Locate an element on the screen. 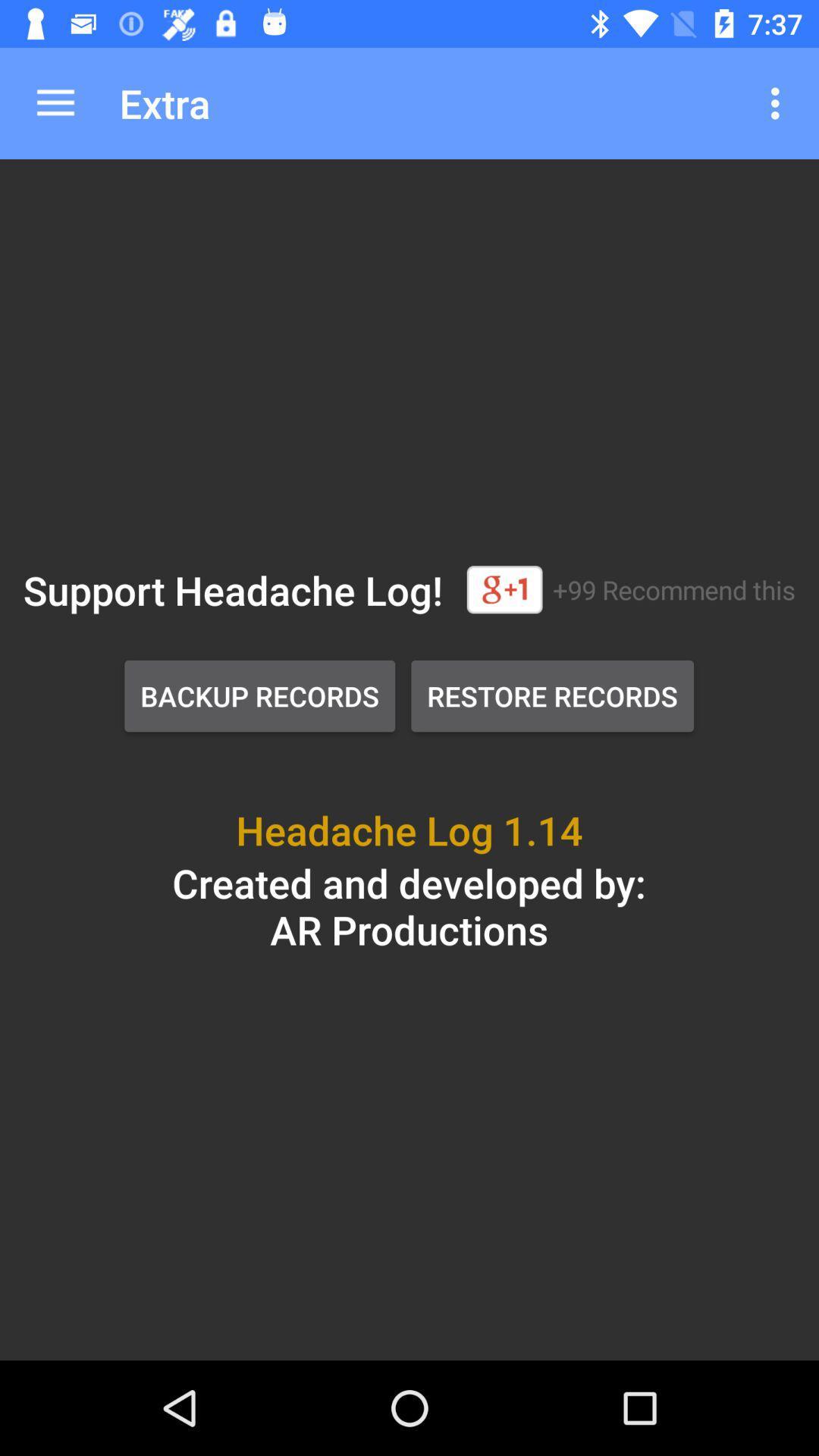 The height and width of the screenshot is (1456, 819). icon next to the extra app is located at coordinates (779, 102).